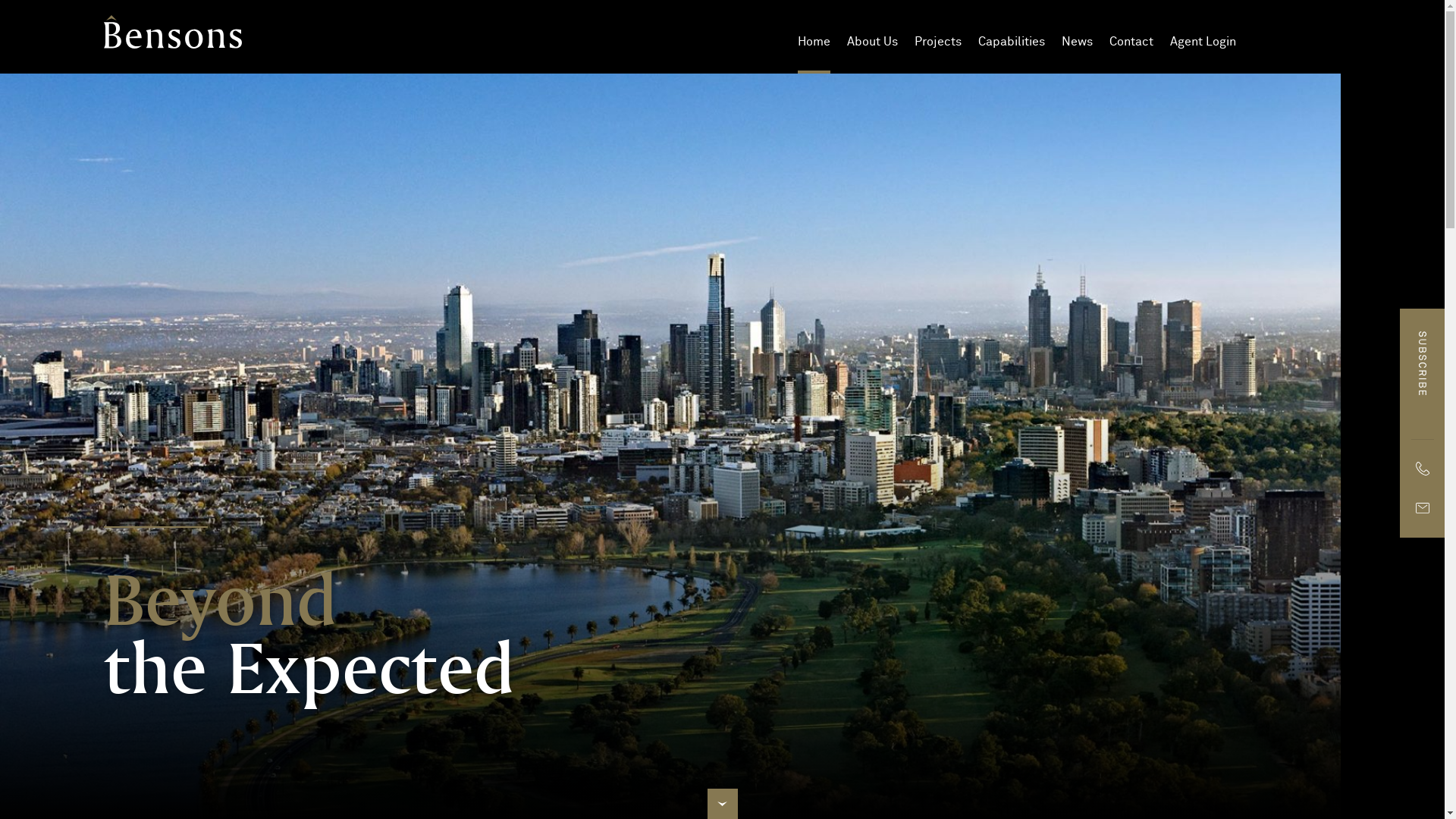 Image resolution: width=1456 pixels, height=819 pixels. Describe the element at coordinates (1131, 40) in the screenshot. I see `'Contact'` at that location.